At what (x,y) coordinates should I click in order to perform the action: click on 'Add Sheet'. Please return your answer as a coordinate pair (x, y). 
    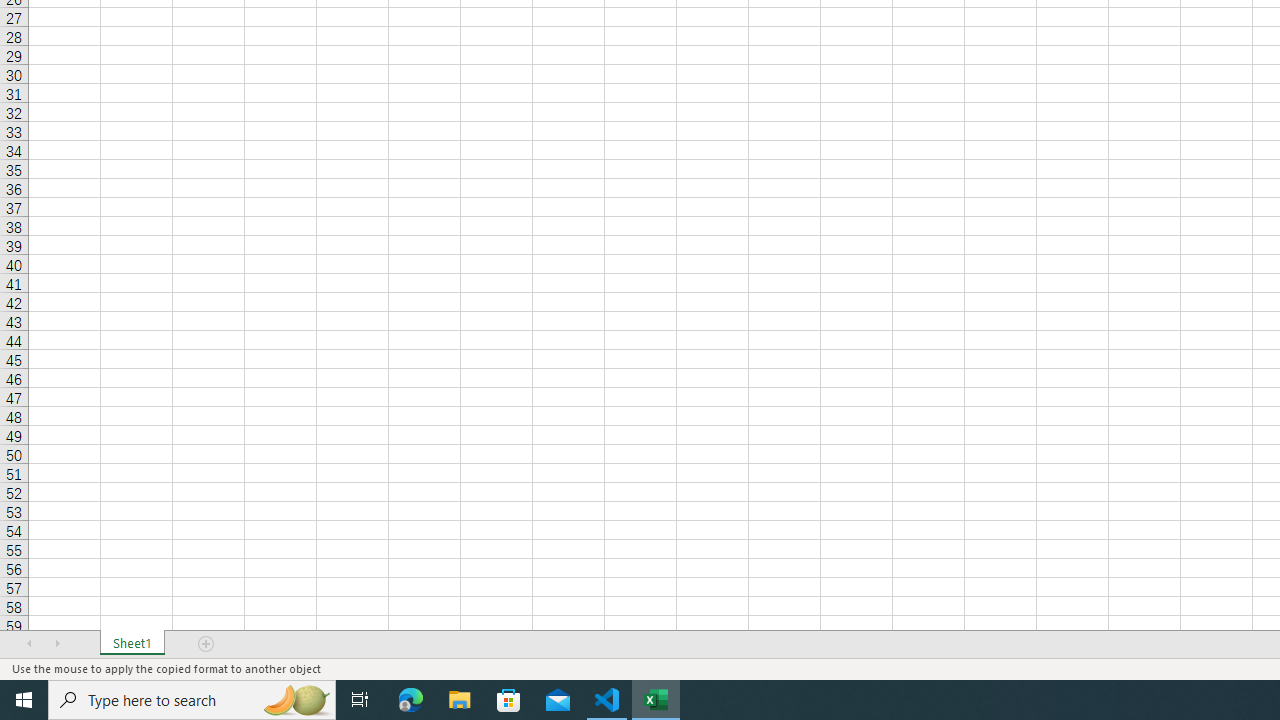
    Looking at the image, I should click on (207, 644).